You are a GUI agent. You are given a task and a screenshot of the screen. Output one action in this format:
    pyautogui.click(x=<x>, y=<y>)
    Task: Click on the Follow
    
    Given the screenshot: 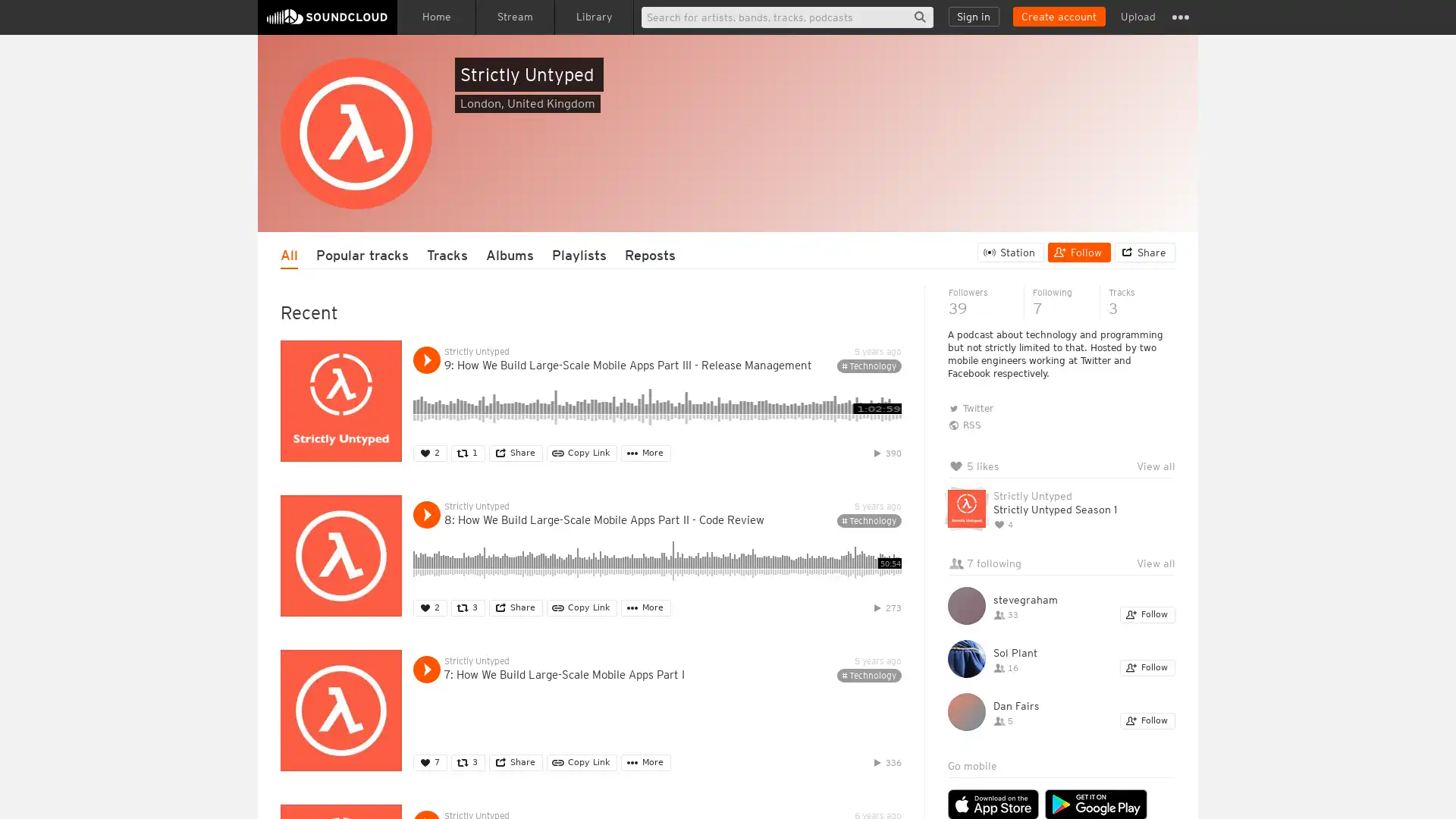 What is the action you would take?
    pyautogui.click(x=1147, y=667)
    